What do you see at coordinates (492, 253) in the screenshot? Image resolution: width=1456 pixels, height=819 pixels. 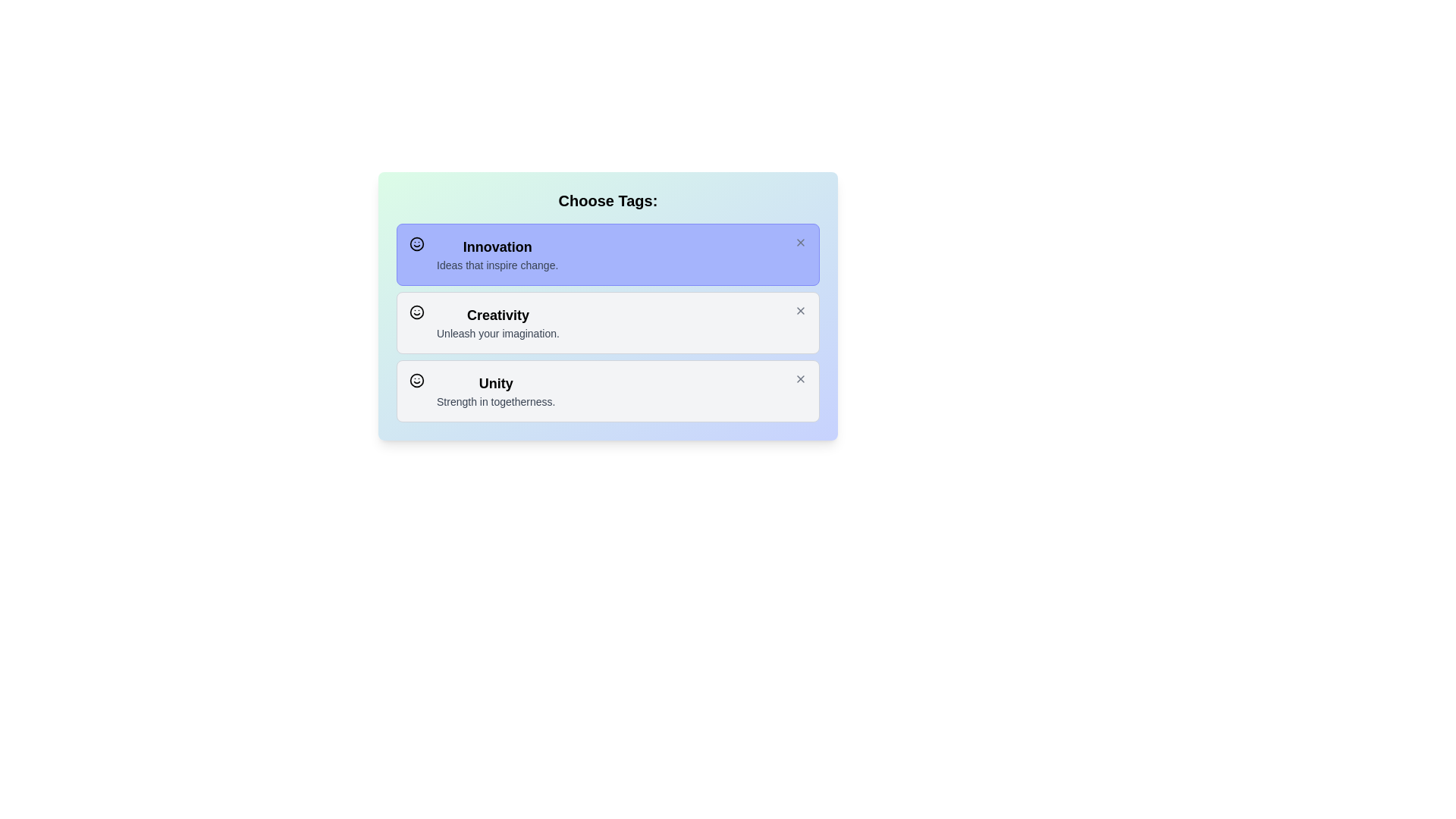 I see `the theme's name and description for Innovation` at bounding box center [492, 253].